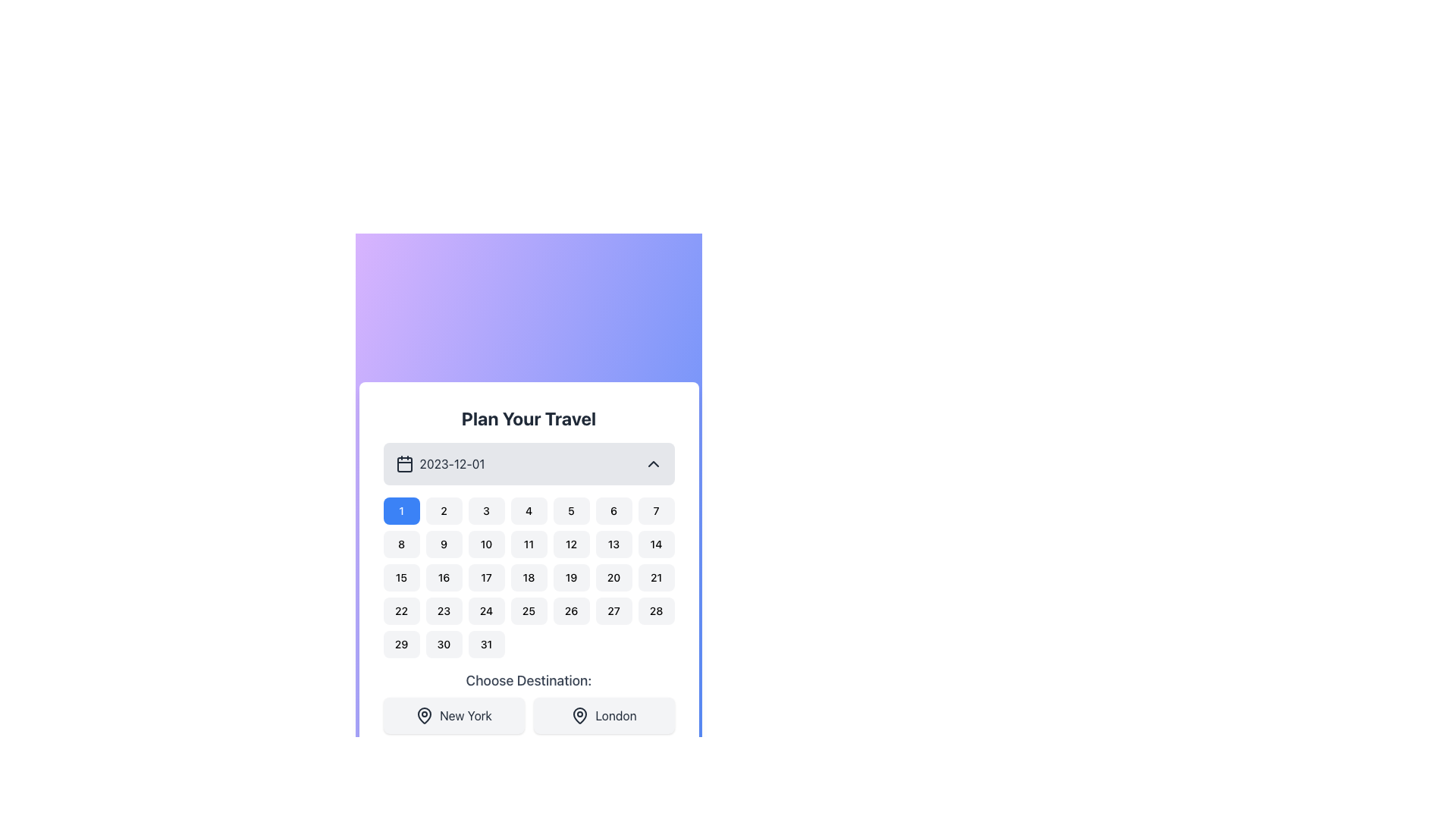  What do you see at coordinates (579, 716) in the screenshot?
I see `map icon within the 'London' button, which is positioned to the right of the 'New York' button in the travel planner interface` at bounding box center [579, 716].